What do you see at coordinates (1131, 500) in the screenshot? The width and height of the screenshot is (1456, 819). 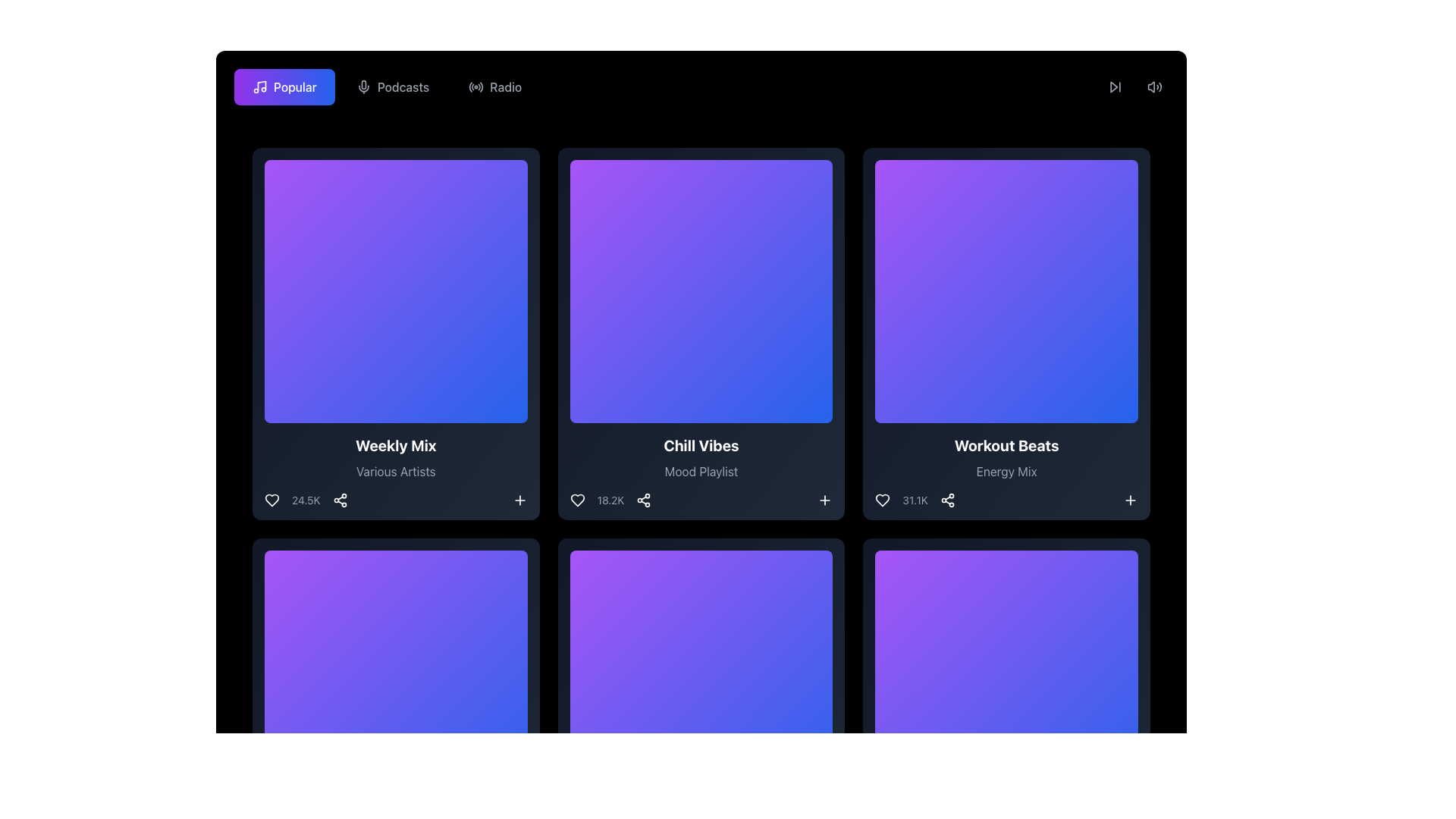 I see `the plus sign icon button located in the bottom-right corner of the 'Workout Beats' card, next to the '31.1K' text` at bounding box center [1131, 500].